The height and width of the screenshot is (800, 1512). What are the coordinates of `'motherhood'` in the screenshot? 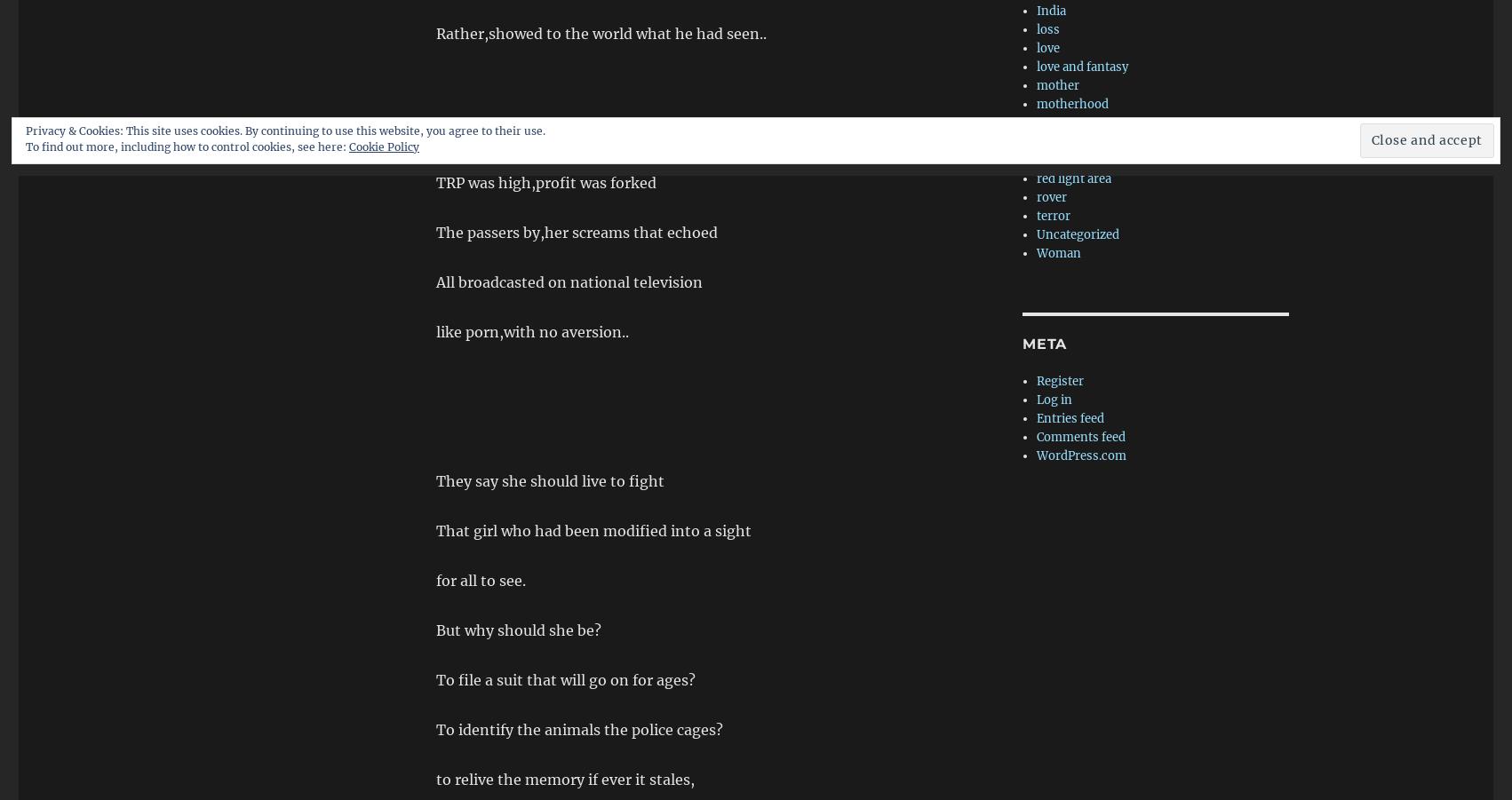 It's located at (1072, 104).